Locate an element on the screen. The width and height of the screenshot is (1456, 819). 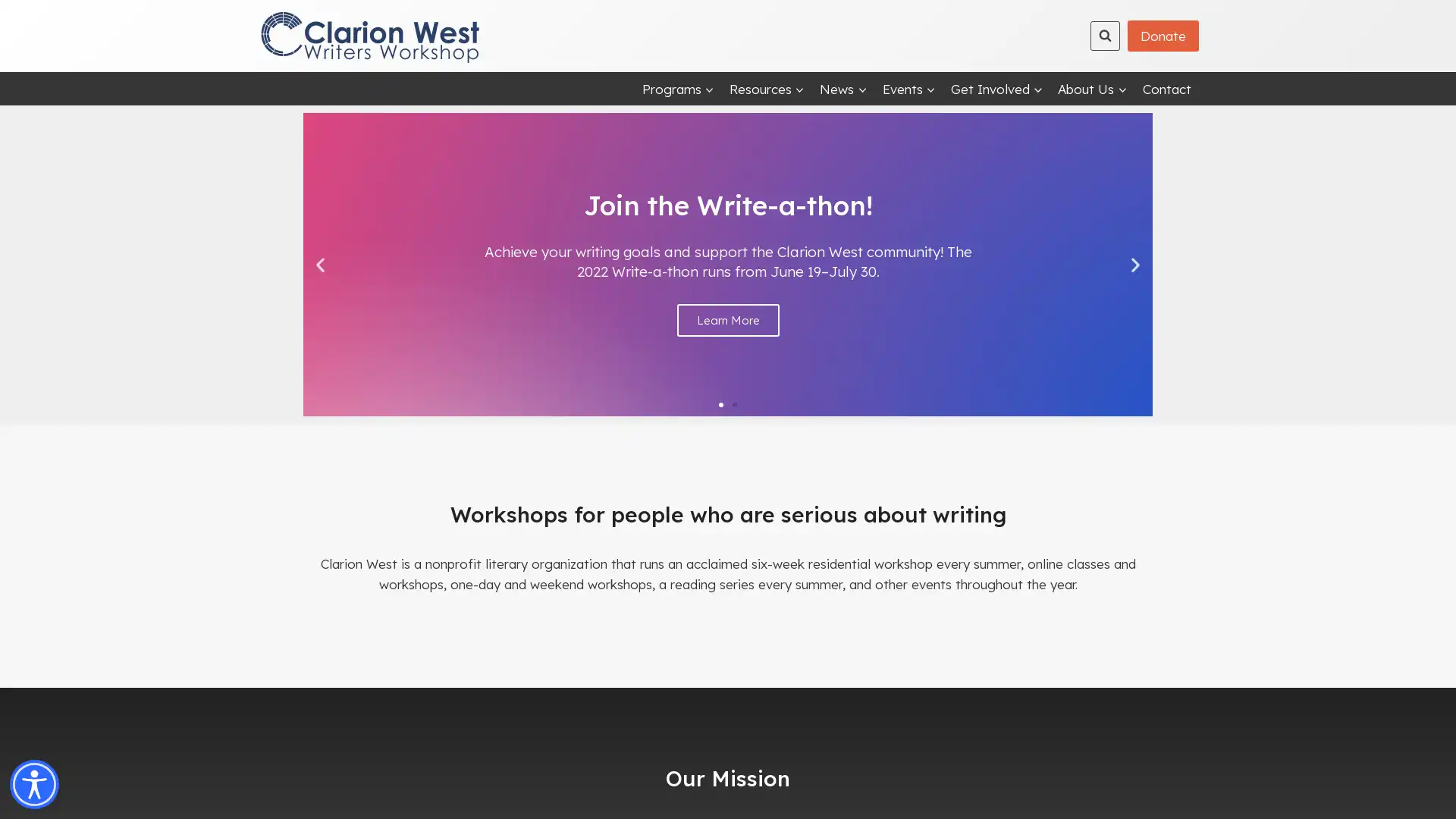
Expand child menu is located at coordinates (908, 88).